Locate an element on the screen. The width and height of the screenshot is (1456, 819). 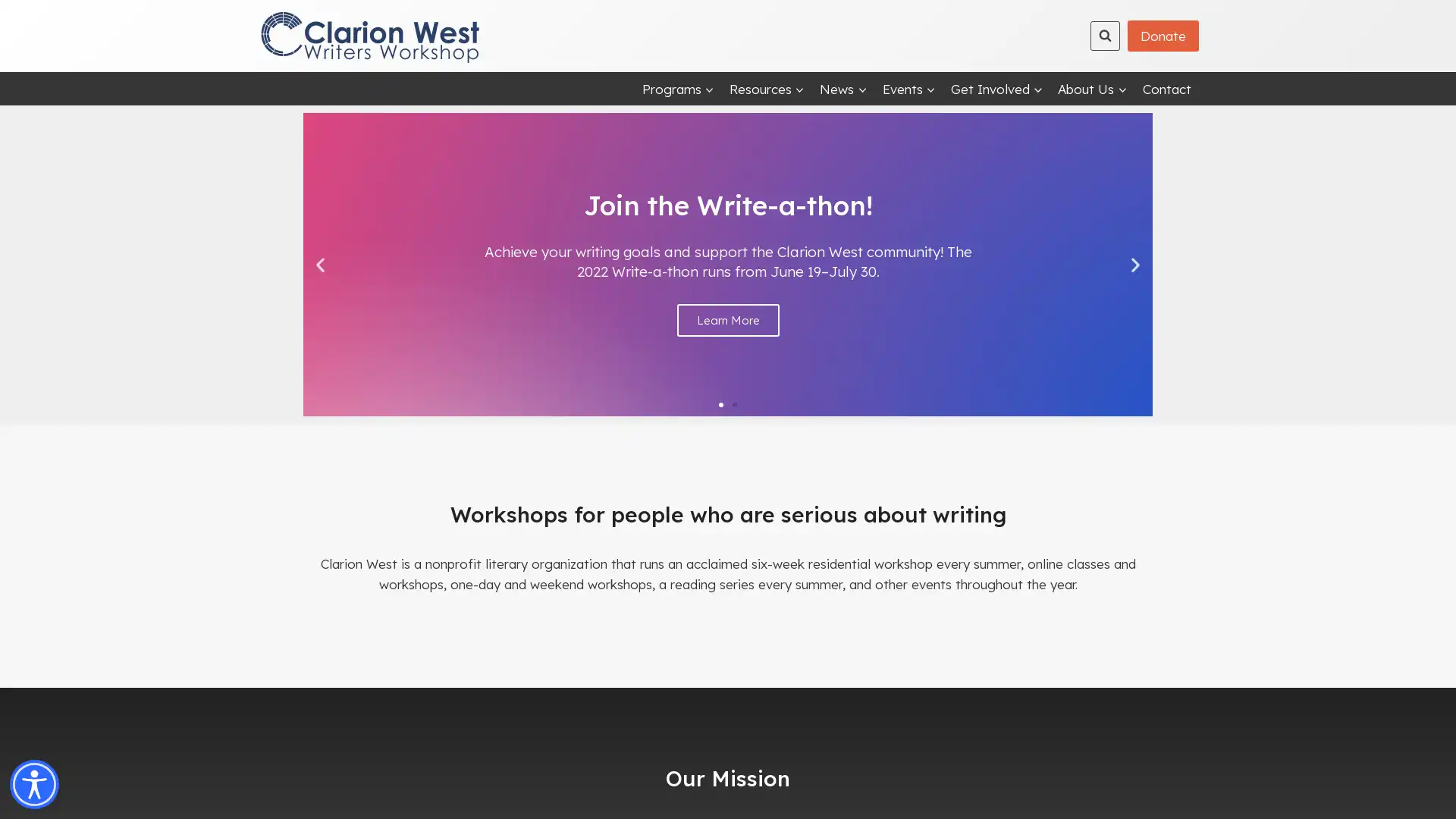
Expand child menu is located at coordinates (908, 88).